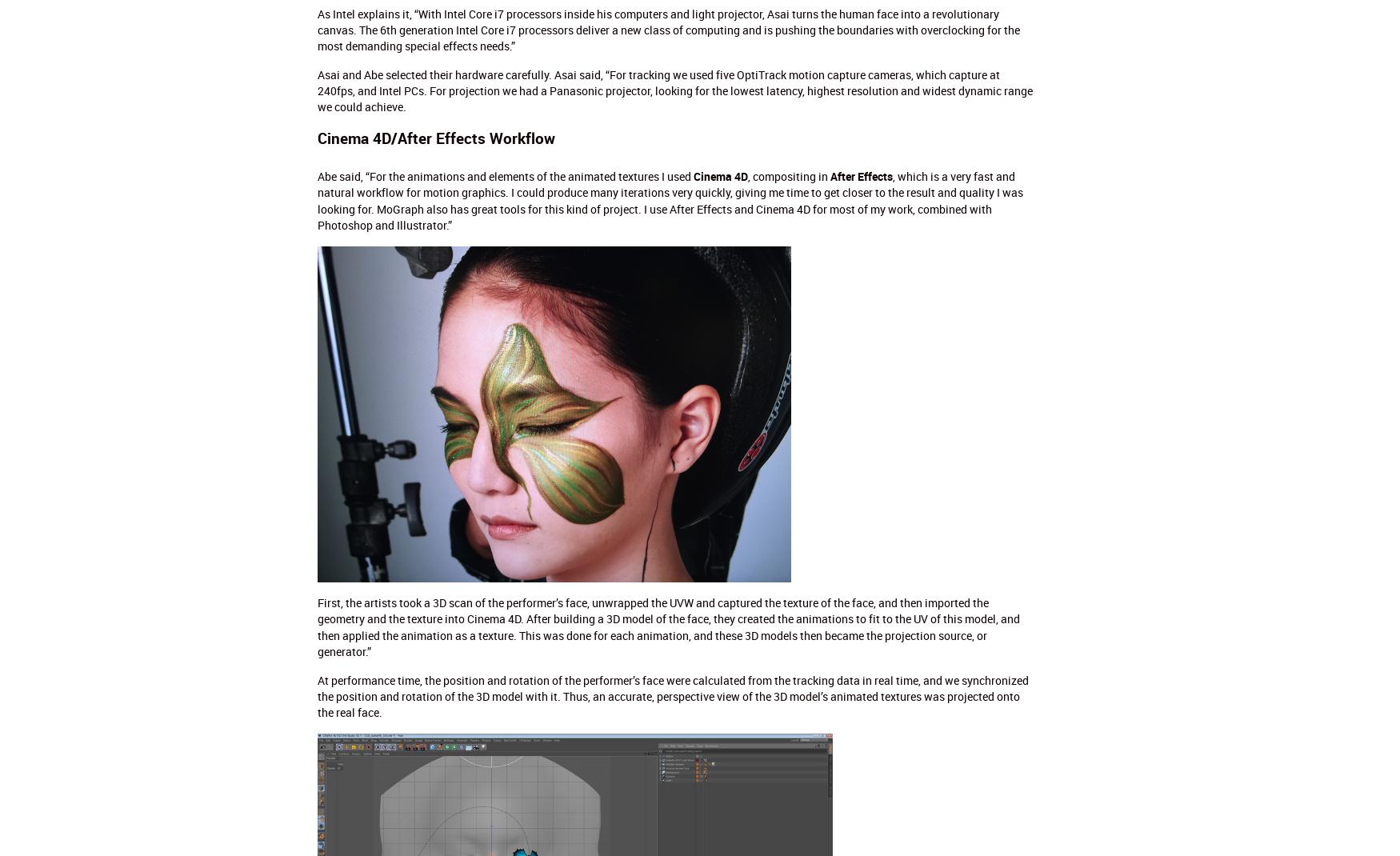  I want to click on 'After Effects', so click(826, 175).